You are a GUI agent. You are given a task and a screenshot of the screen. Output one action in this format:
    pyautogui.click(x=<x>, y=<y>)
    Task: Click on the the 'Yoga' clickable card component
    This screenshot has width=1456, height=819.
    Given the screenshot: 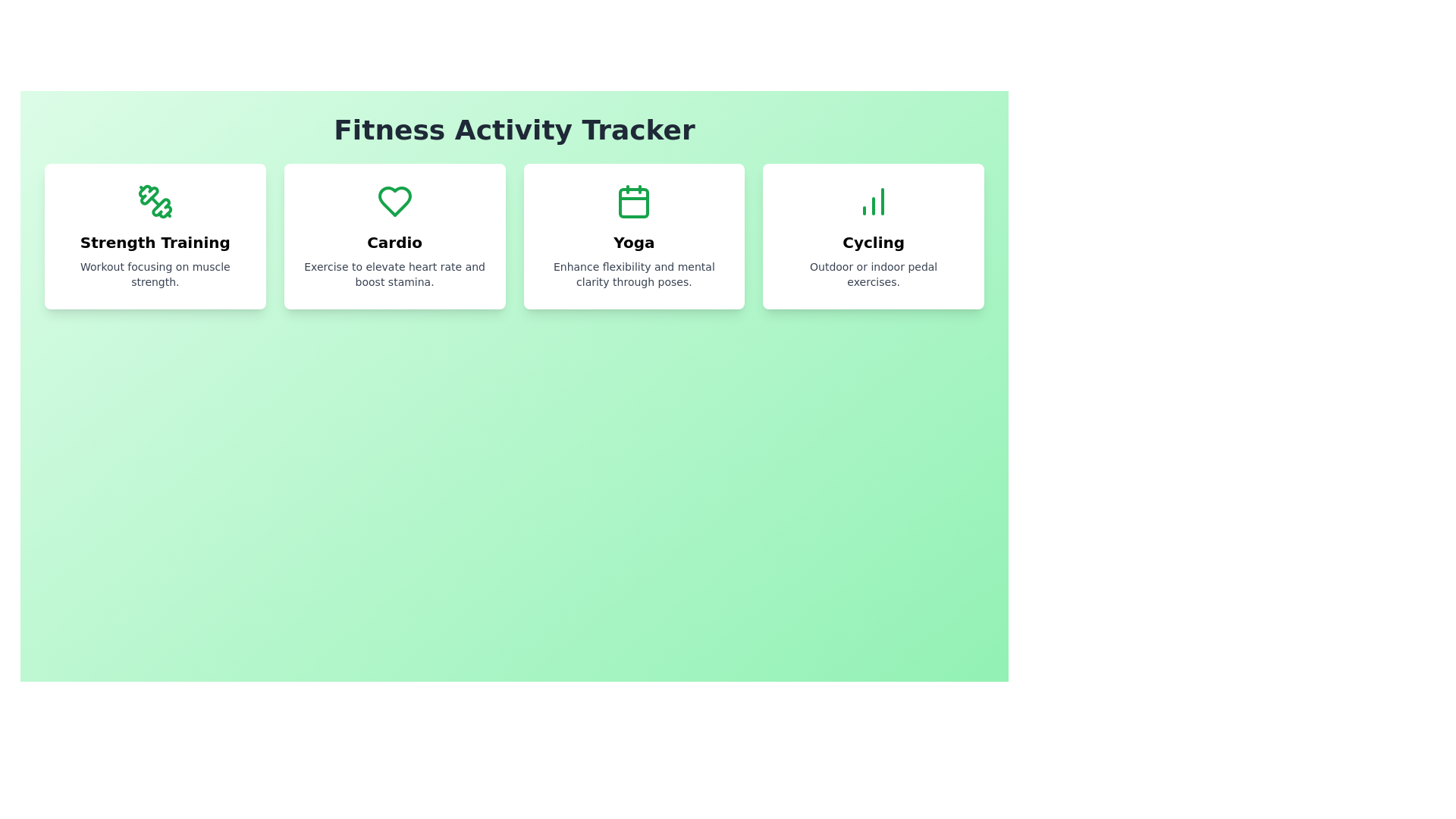 What is the action you would take?
    pyautogui.click(x=634, y=237)
    